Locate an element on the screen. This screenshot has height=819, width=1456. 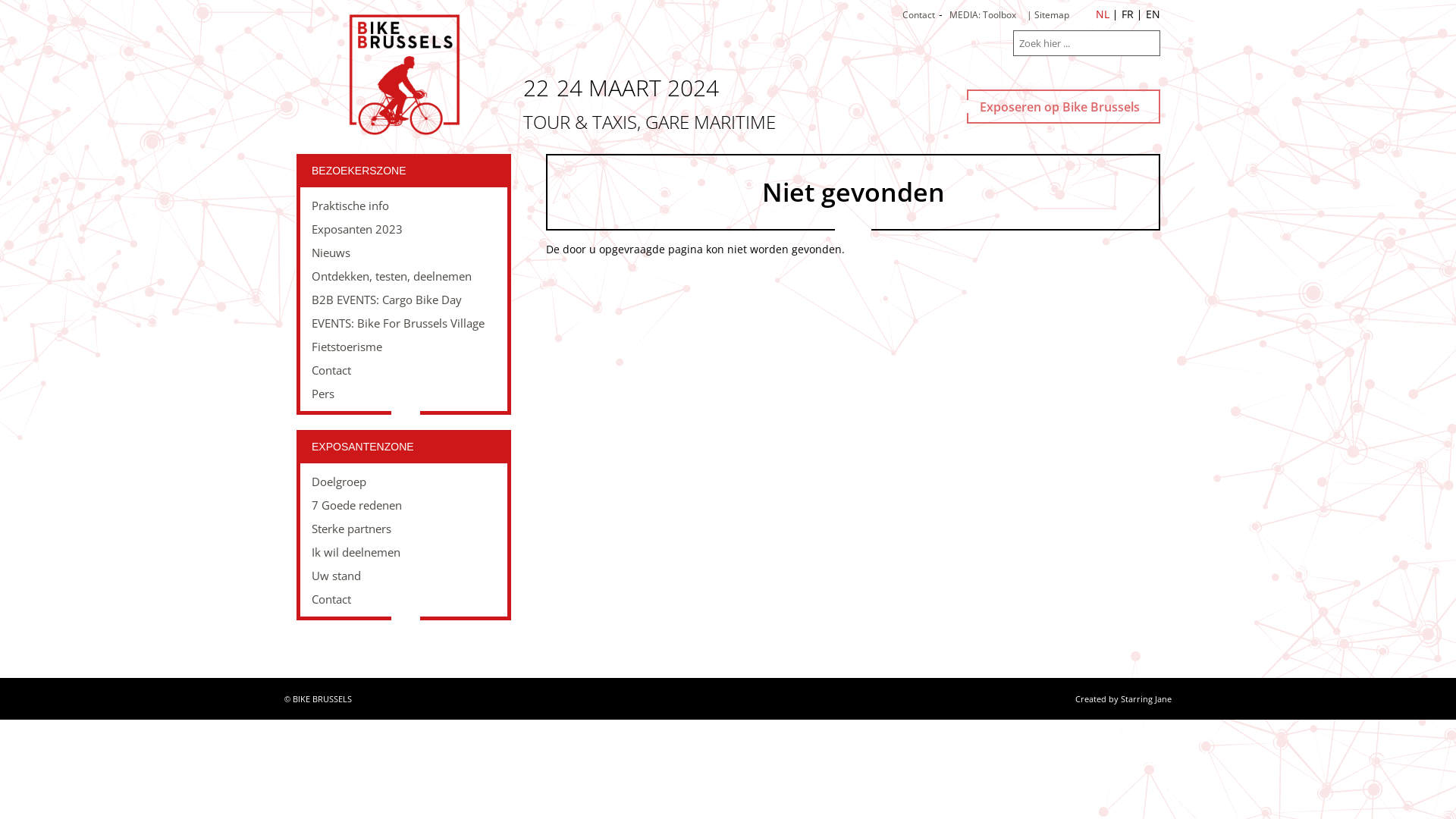
'B2B EVENTS: Cargo Bike Day' is located at coordinates (403, 300).